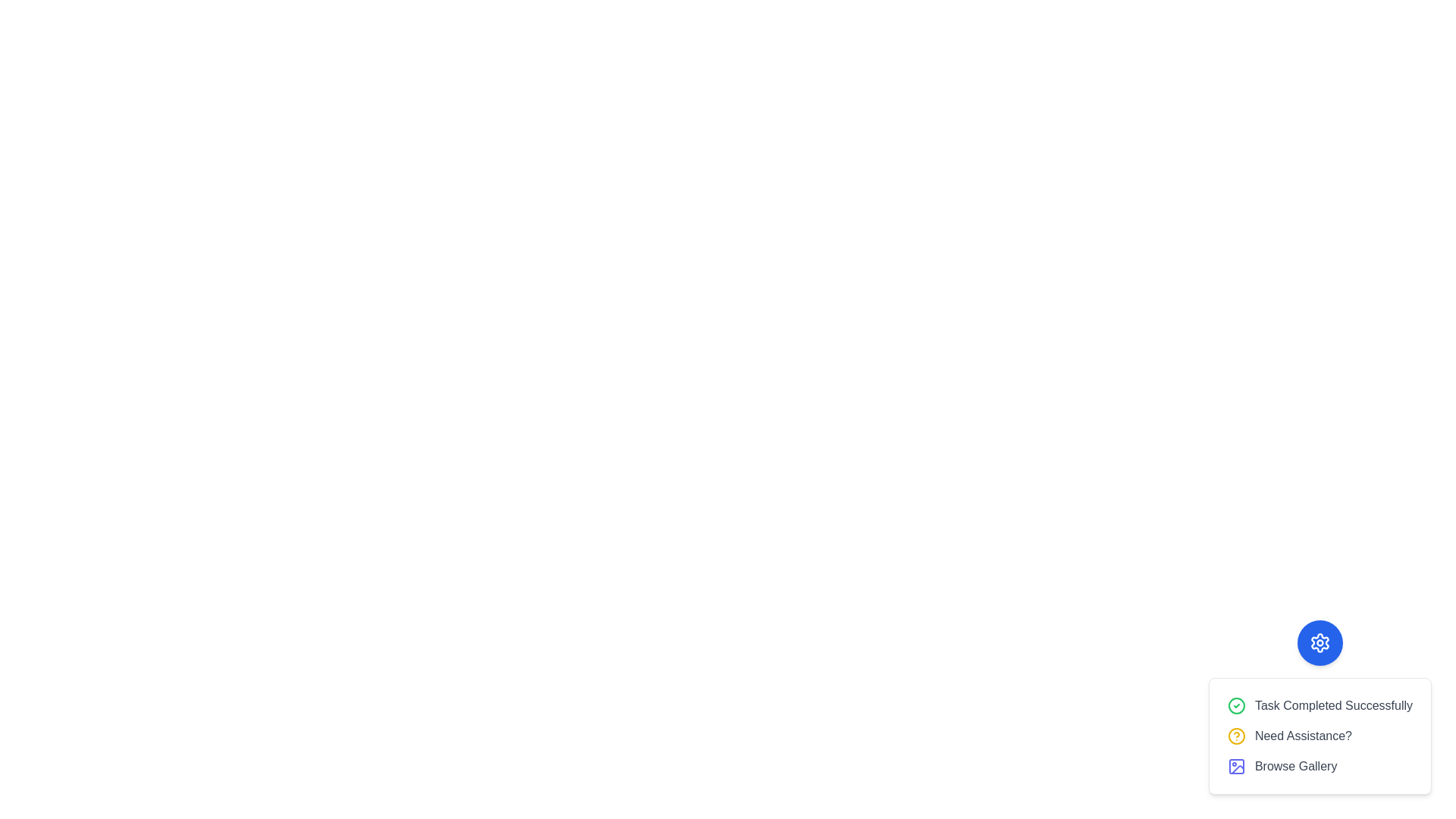  What do you see at coordinates (1236, 705) in the screenshot?
I see `the green circular icon with a checkmark that signifies a completed action, located to the left of the 'Task Completed Successfully' text` at bounding box center [1236, 705].